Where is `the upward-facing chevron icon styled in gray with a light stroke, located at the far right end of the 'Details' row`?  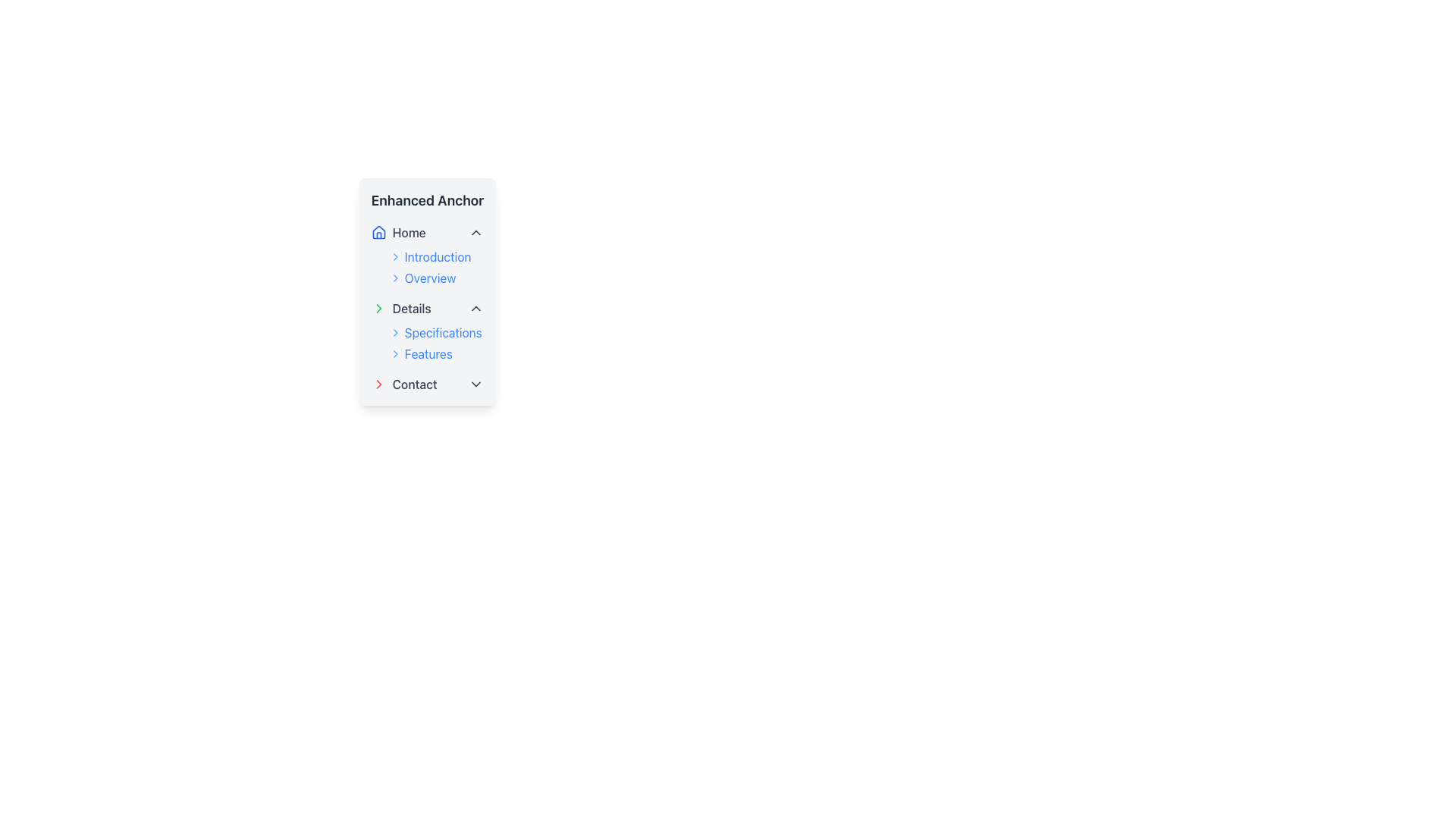 the upward-facing chevron icon styled in gray with a light stroke, located at the far right end of the 'Details' row is located at coordinates (475, 308).